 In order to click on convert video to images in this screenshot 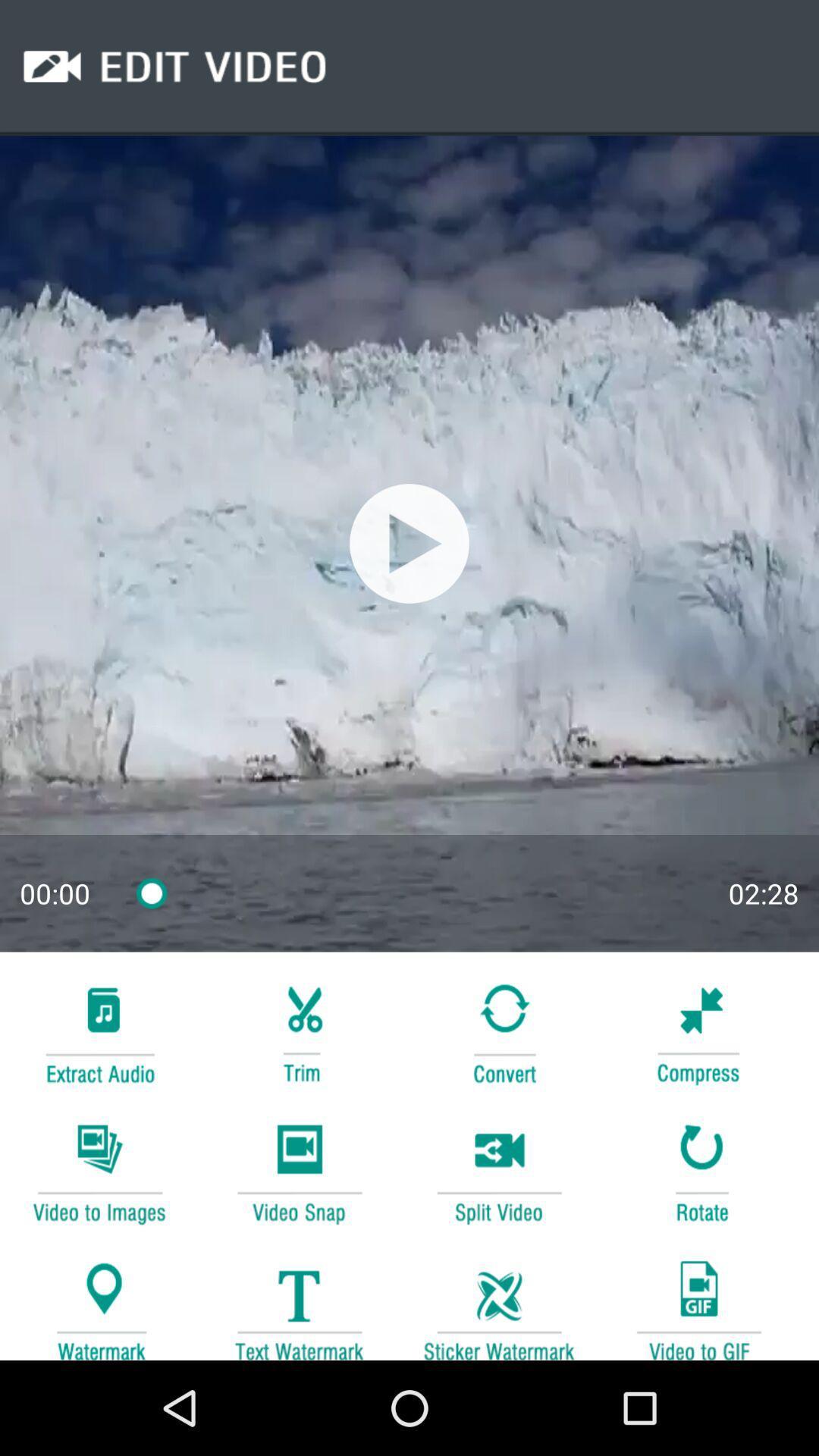, I will do `click(99, 1171)`.